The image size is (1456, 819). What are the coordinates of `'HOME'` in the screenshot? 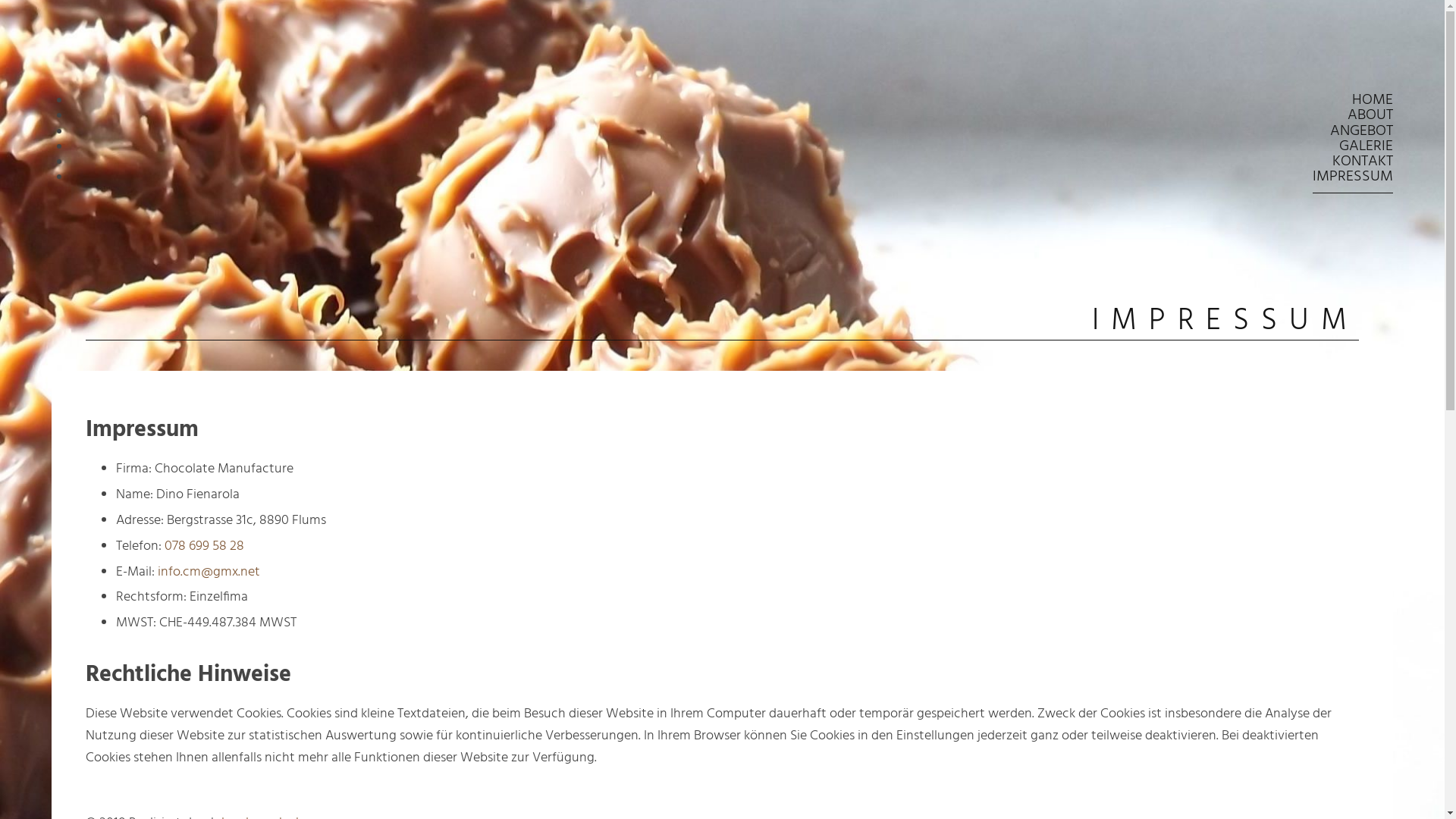 It's located at (1351, 100).